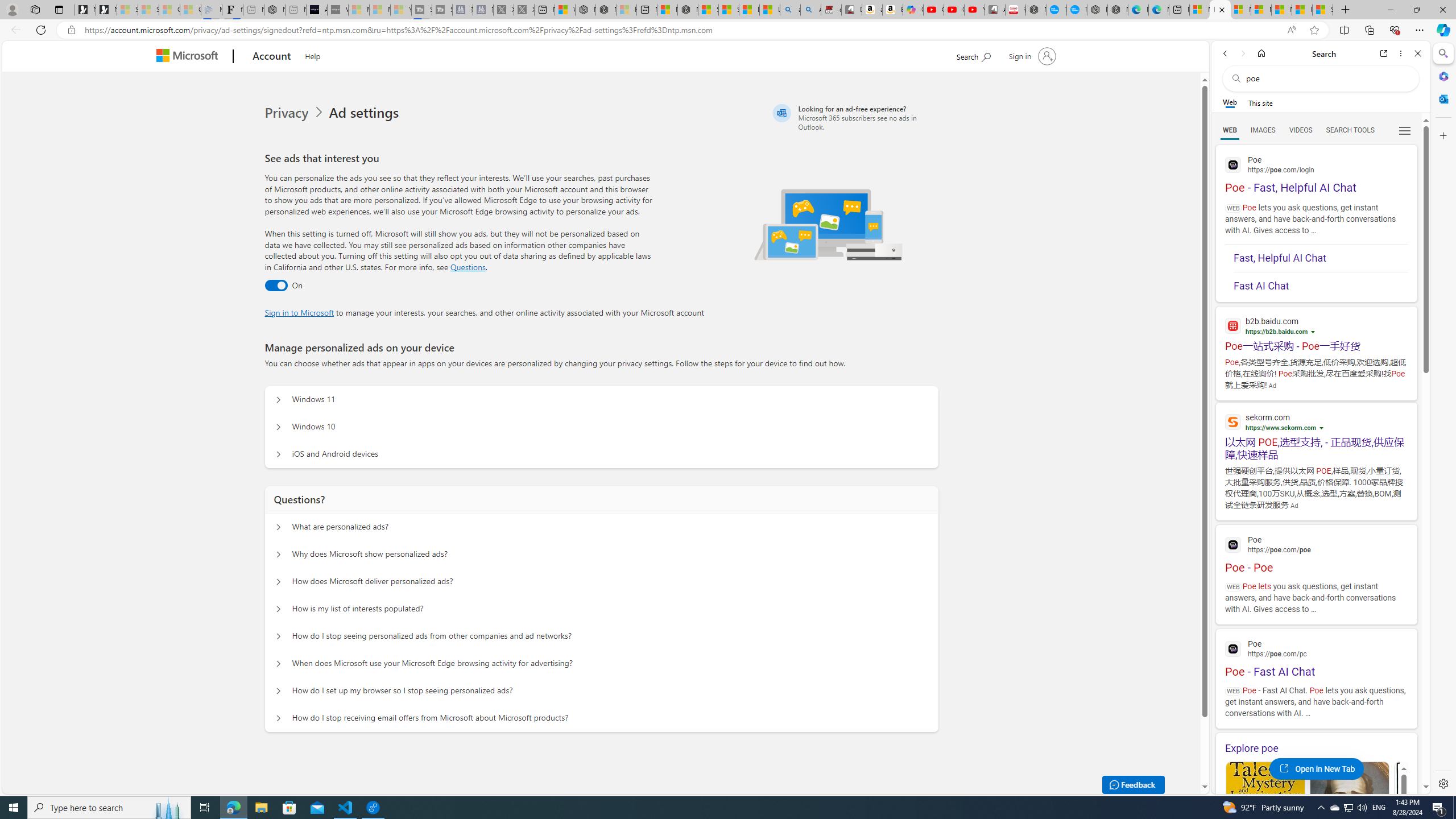 This screenshot has width=1456, height=819. I want to click on 'Poe - Fast AI Chat', so click(1316, 656).